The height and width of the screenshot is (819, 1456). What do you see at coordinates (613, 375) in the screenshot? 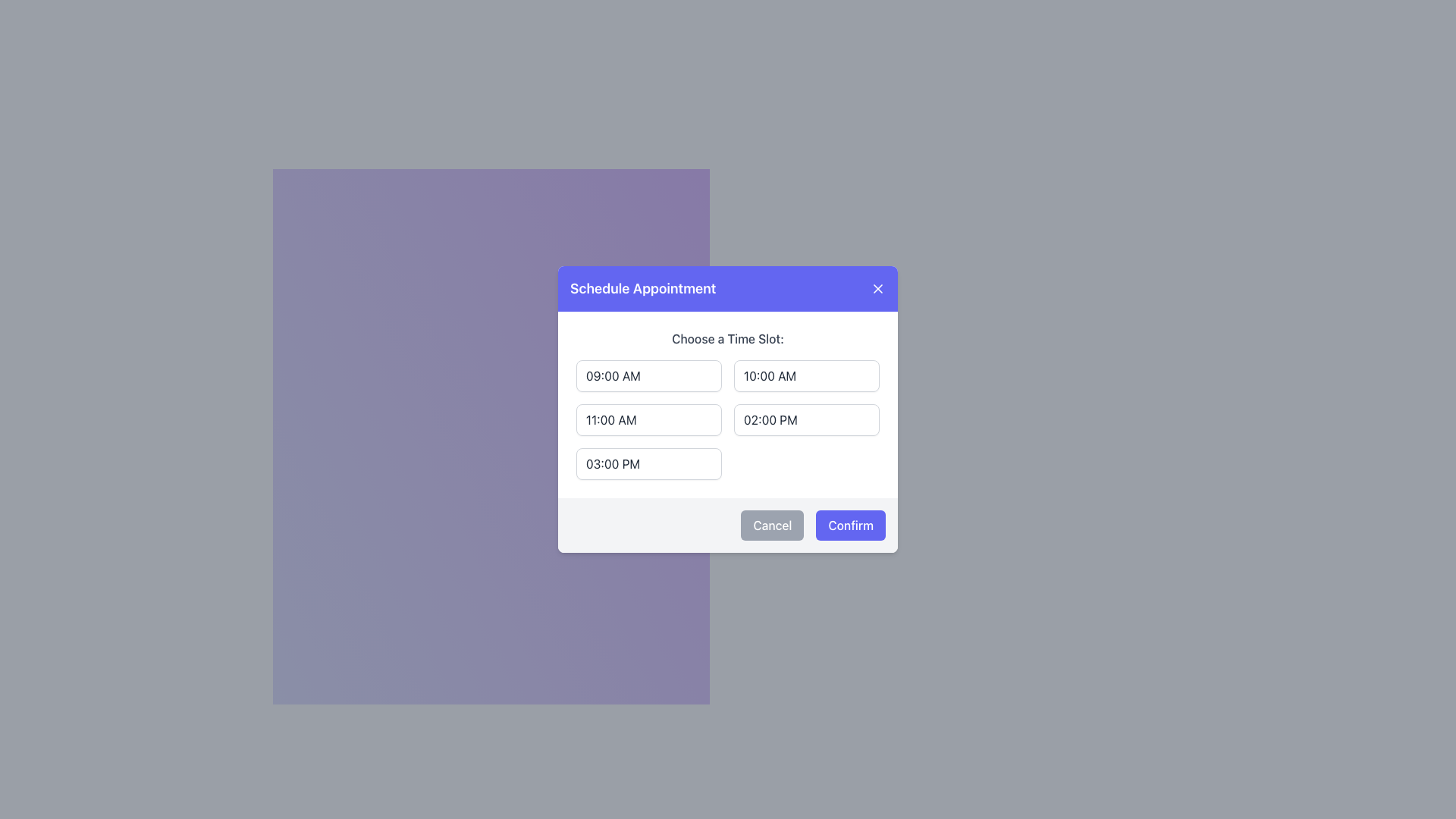
I see `the '09:00 AM' selectable button in the 'Schedule Appointment' modal` at bounding box center [613, 375].